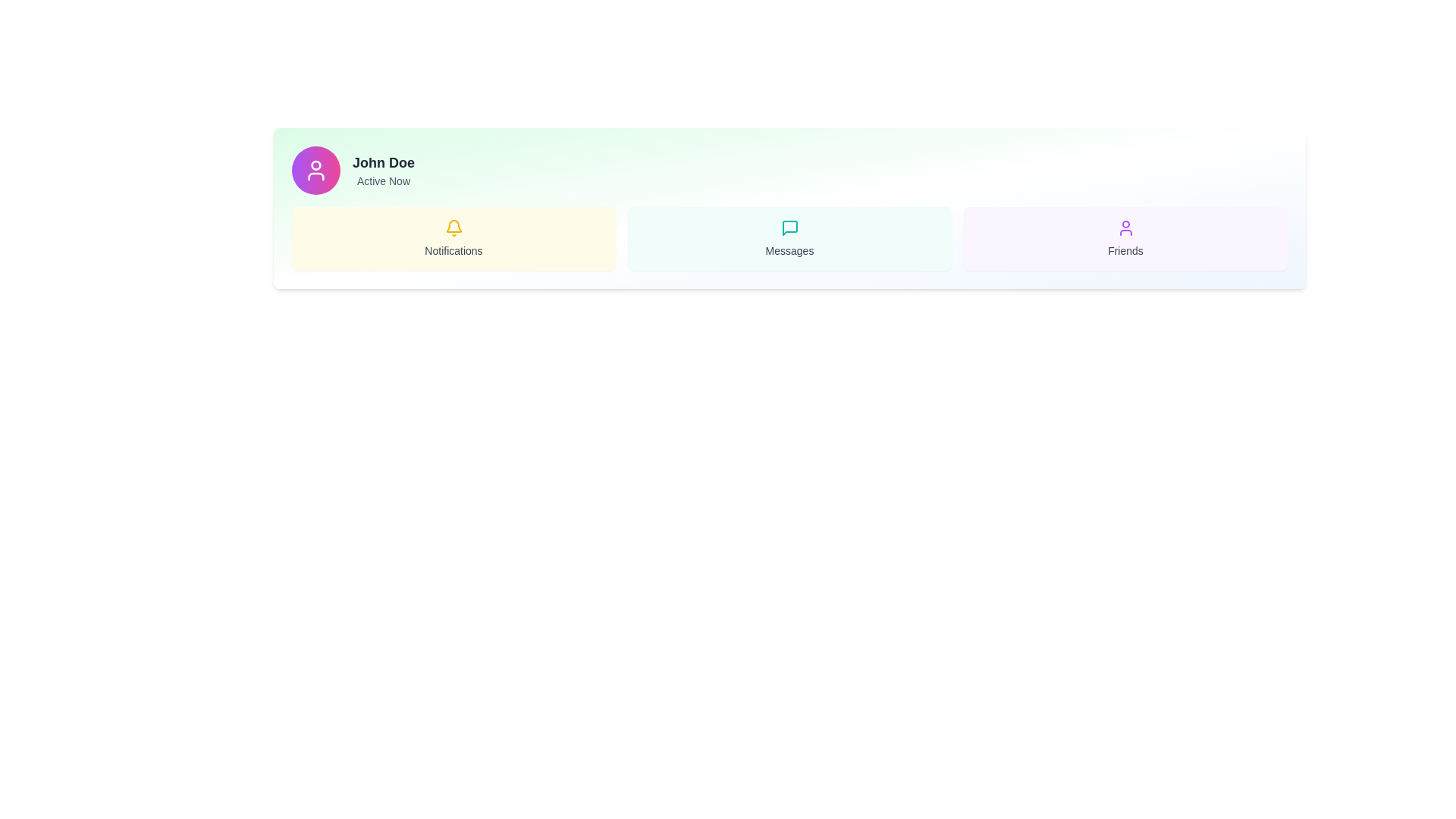 The height and width of the screenshot is (819, 1456). I want to click on the 'Friends' icon, which is part of the section identified by a light purple background and labeled 'Friends', located in the rightmost card of a horizontally aligned group of sections, so click(1125, 227).